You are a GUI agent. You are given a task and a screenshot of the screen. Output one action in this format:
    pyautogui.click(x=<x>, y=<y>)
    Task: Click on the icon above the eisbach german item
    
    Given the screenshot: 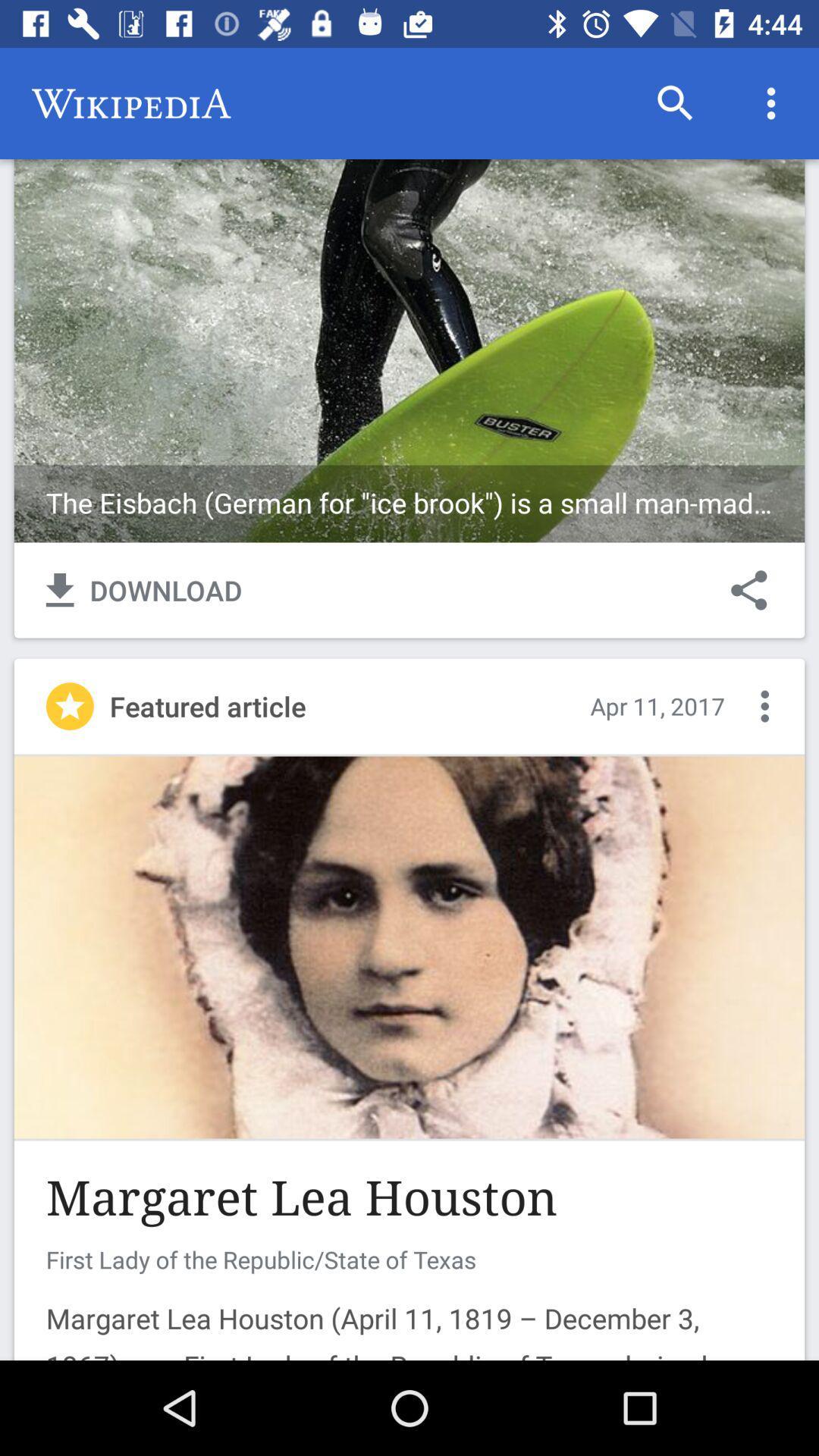 What is the action you would take?
    pyautogui.click(x=675, y=102)
    